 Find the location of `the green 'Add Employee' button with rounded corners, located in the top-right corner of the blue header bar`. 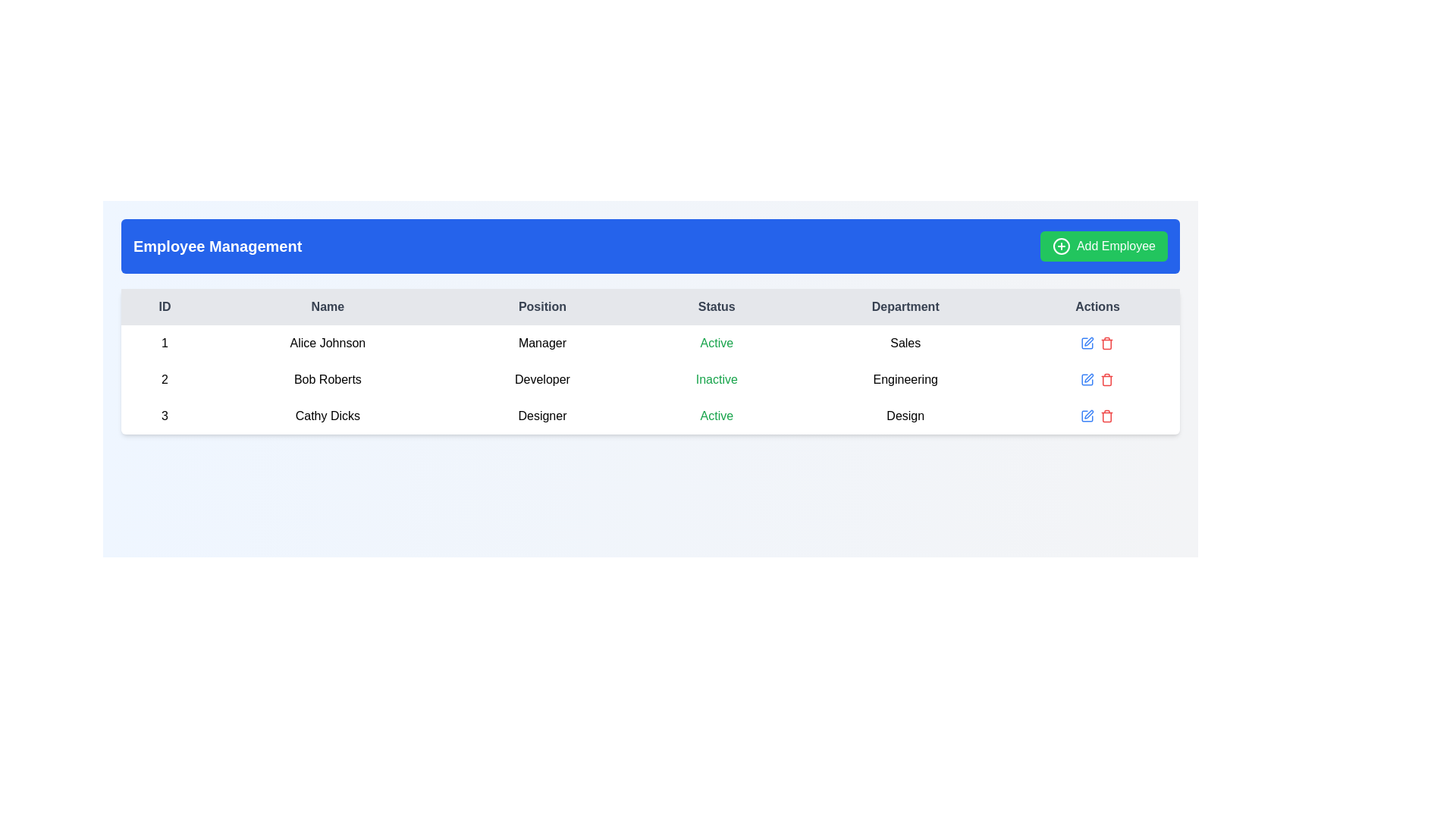

the green 'Add Employee' button with rounded corners, located in the top-right corner of the blue header bar is located at coordinates (1103, 245).